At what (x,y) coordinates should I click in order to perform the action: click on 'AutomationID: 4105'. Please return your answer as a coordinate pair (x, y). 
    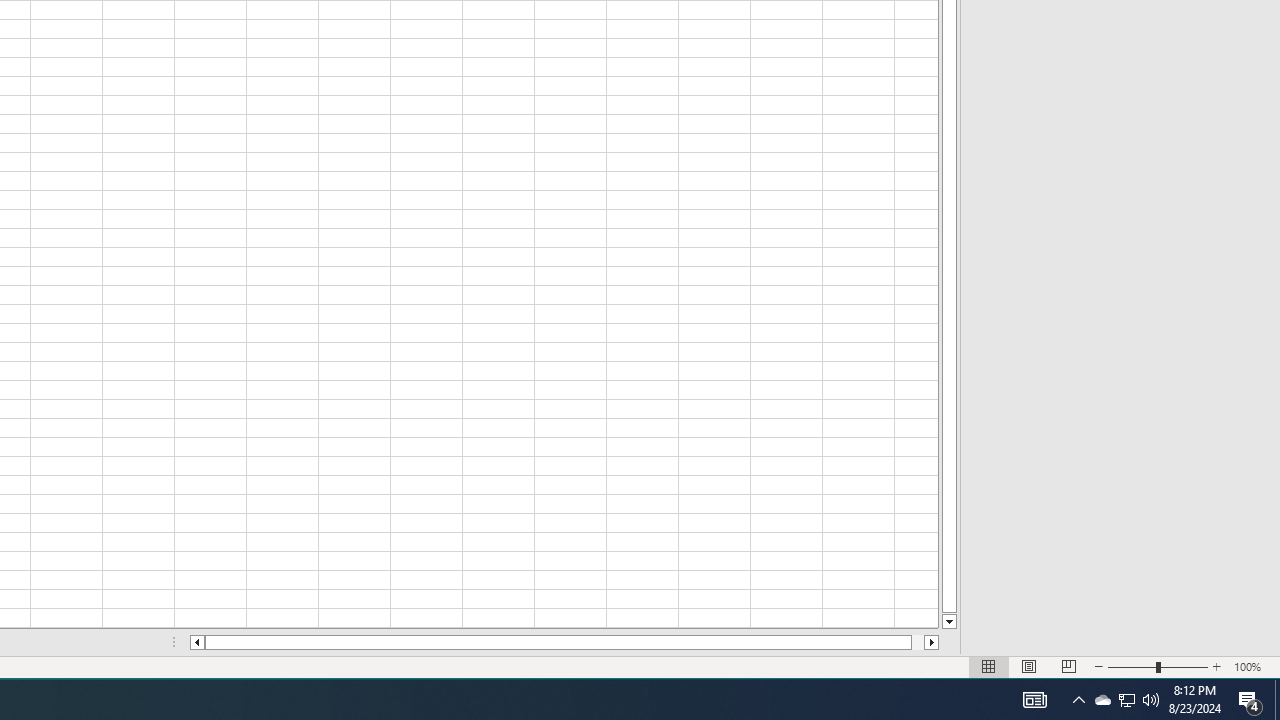
    Looking at the image, I should click on (1034, 698).